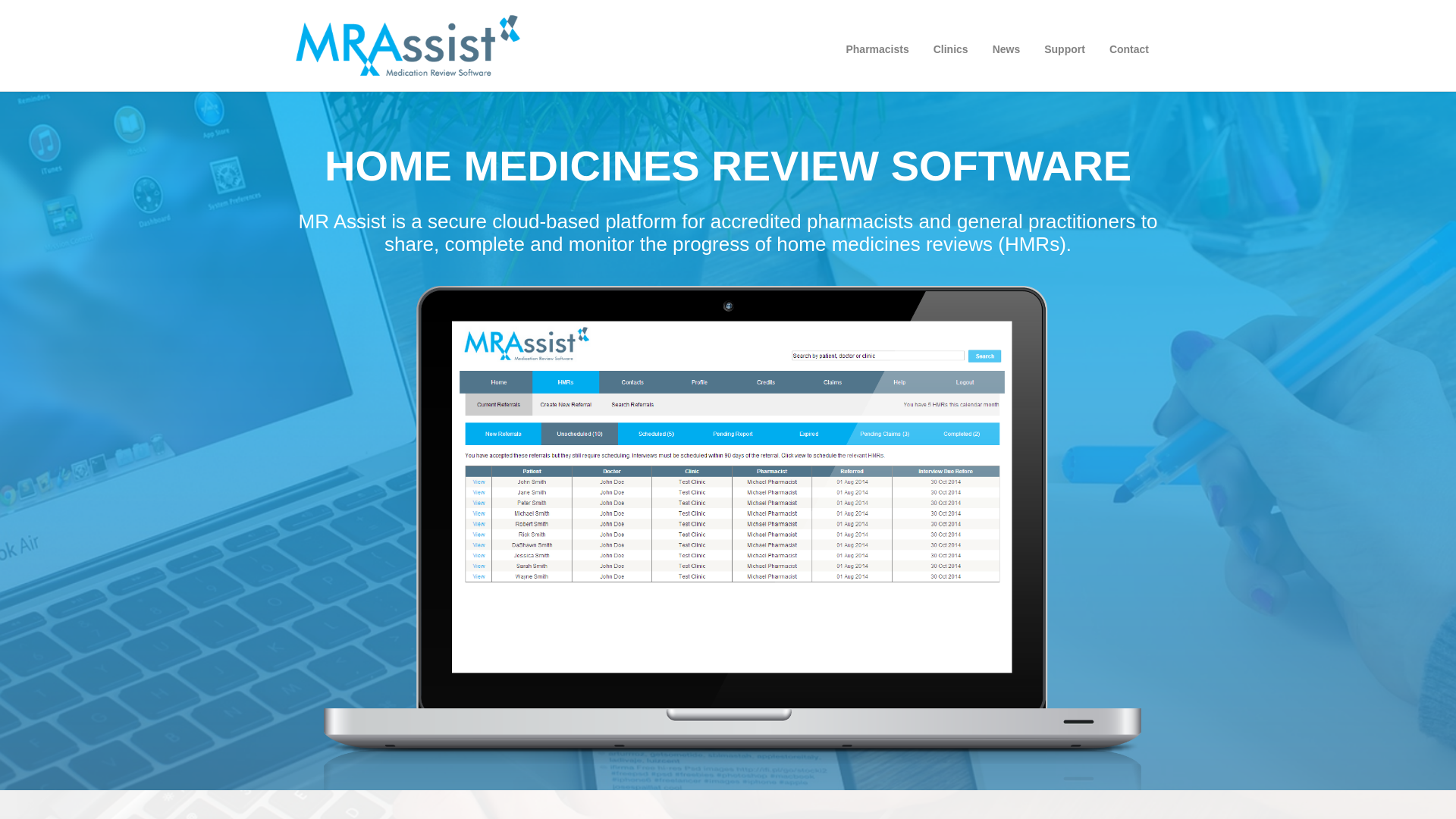 The width and height of the screenshot is (1456, 819). What do you see at coordinates (949, 49) in the screenshot?
I see `'Clinics'` at bounding box center [949, 49].